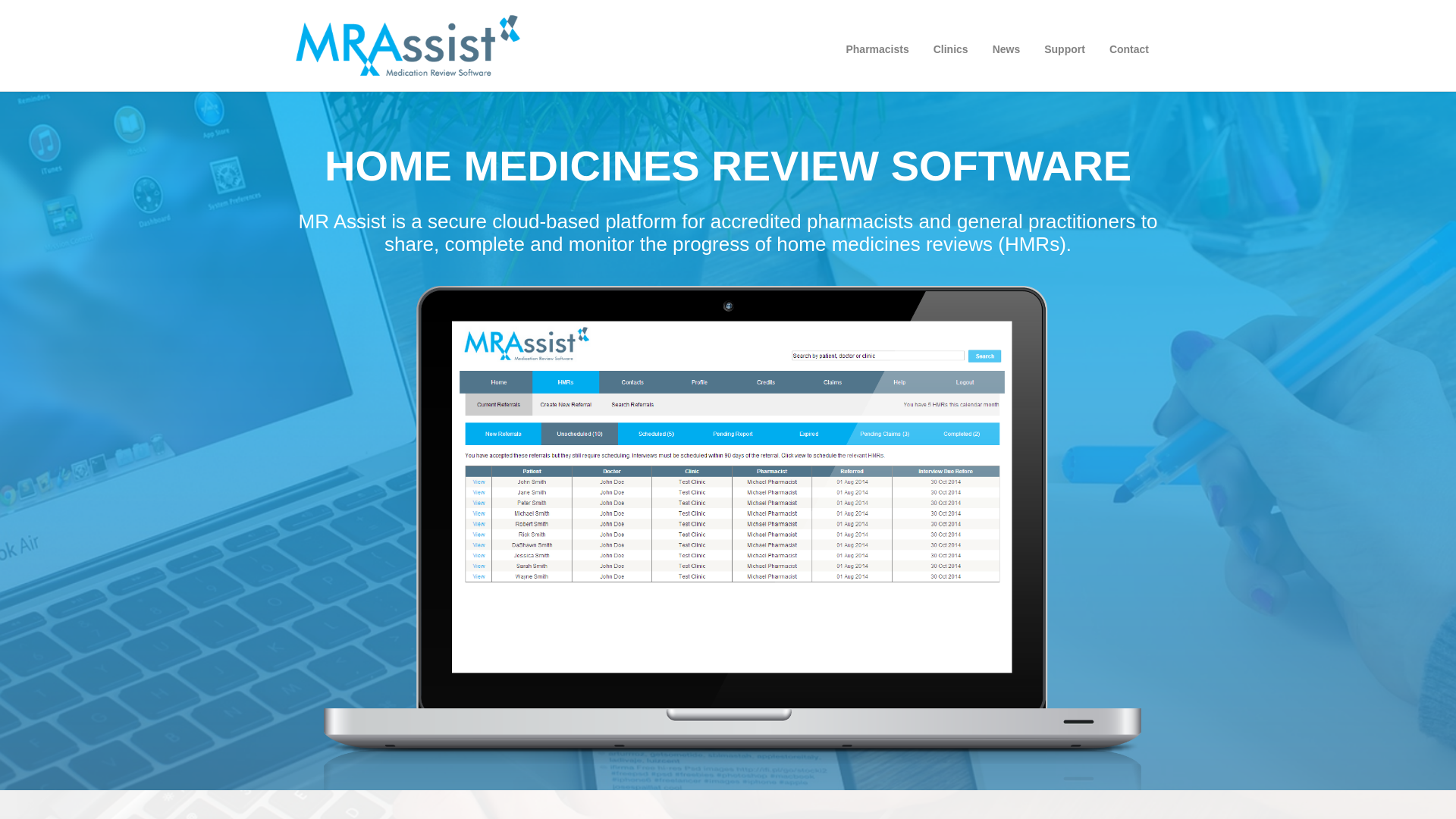 The width and height of the screenshot is (1456, 819). What do you see at coordinates (949, 49) in the screenshot?
I see `'Clinics'` at bounding box center [949, 49].